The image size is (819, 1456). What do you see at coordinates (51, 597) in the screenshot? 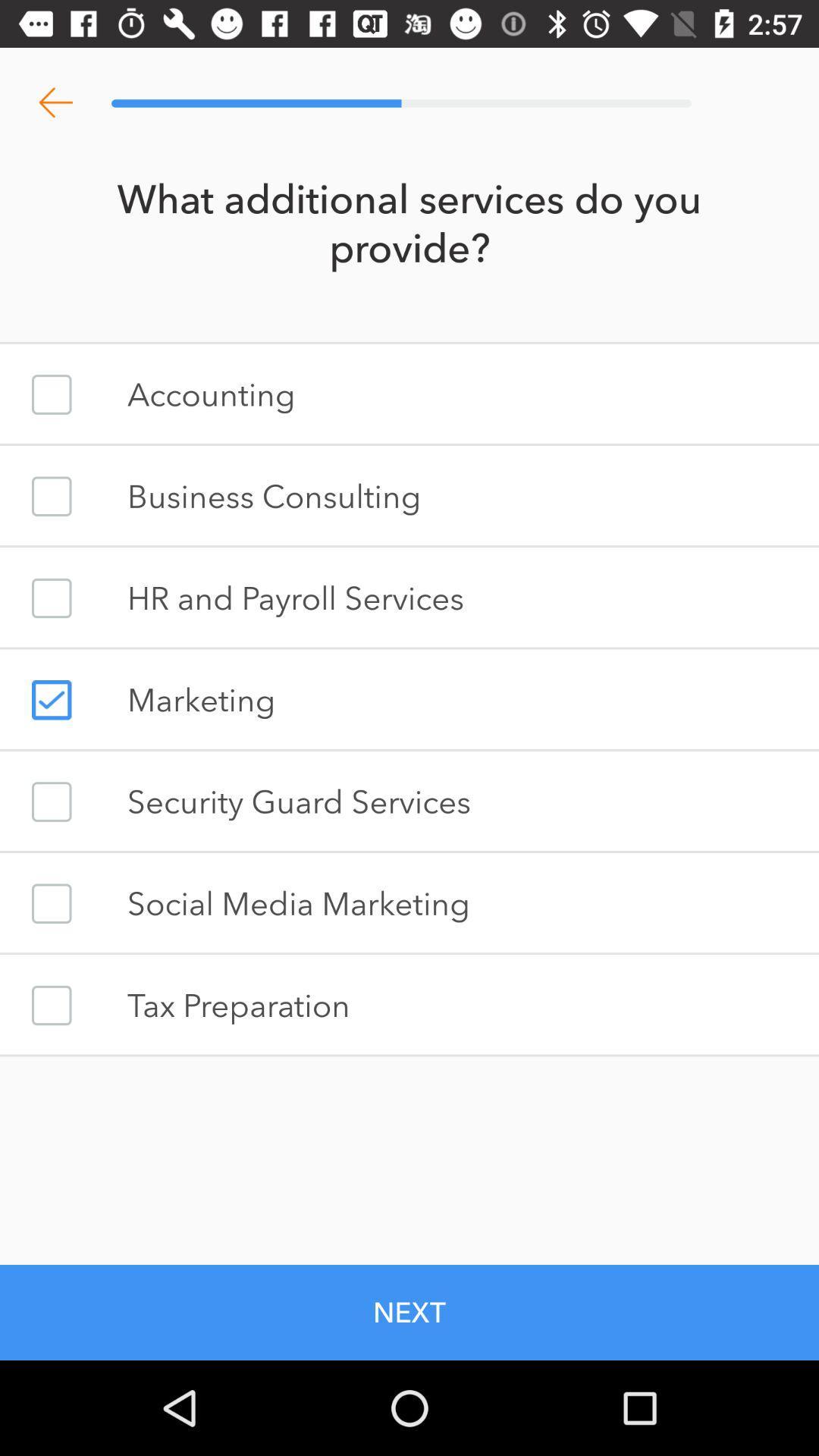
I see `checkbox to select service` at bounding box center [51, 597].